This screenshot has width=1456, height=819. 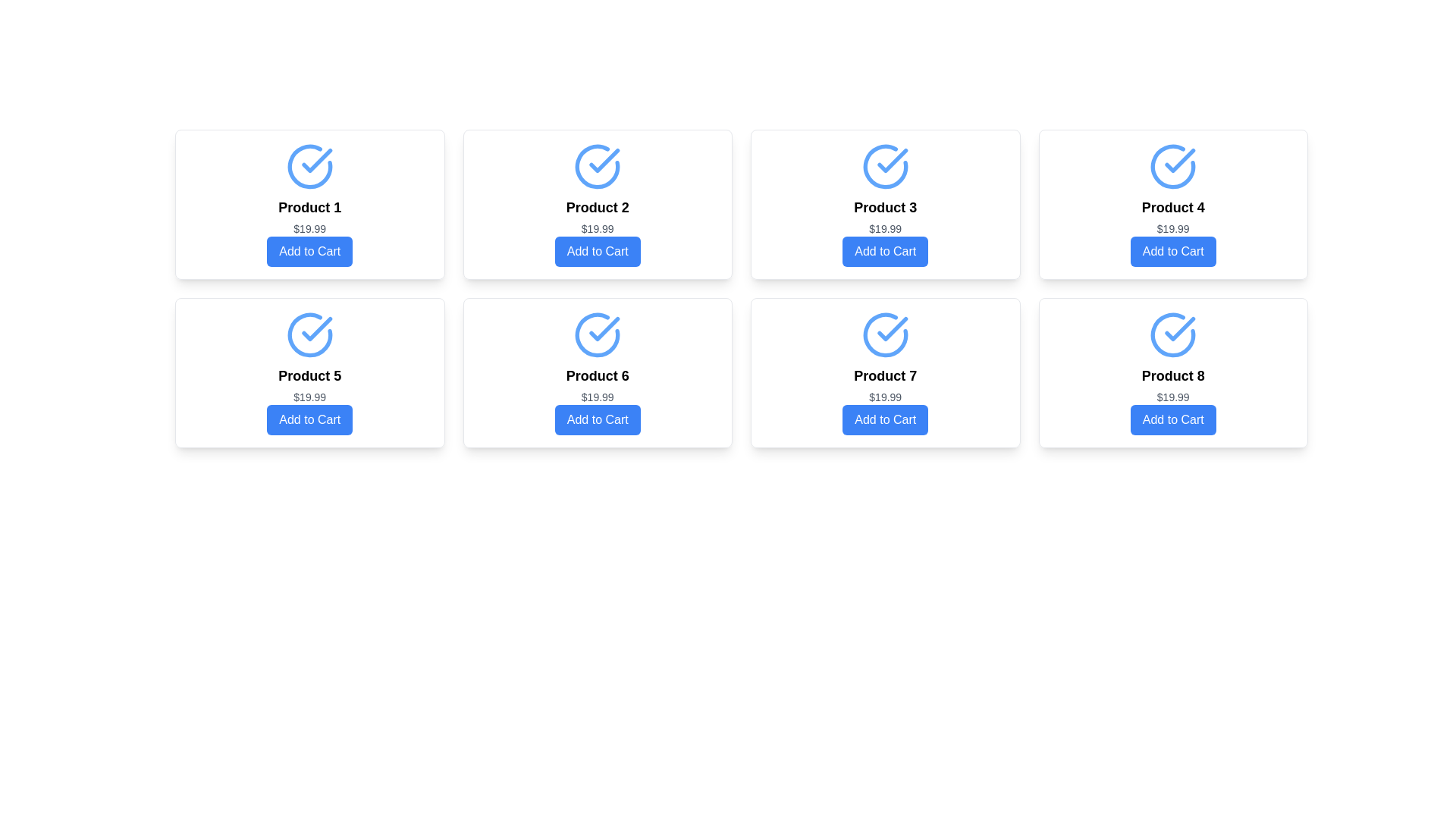 I want to click on the non-interactive confirmation icon representing 'Product 5' located in the second row, first column of the product grid, so click(x=309, y=334).